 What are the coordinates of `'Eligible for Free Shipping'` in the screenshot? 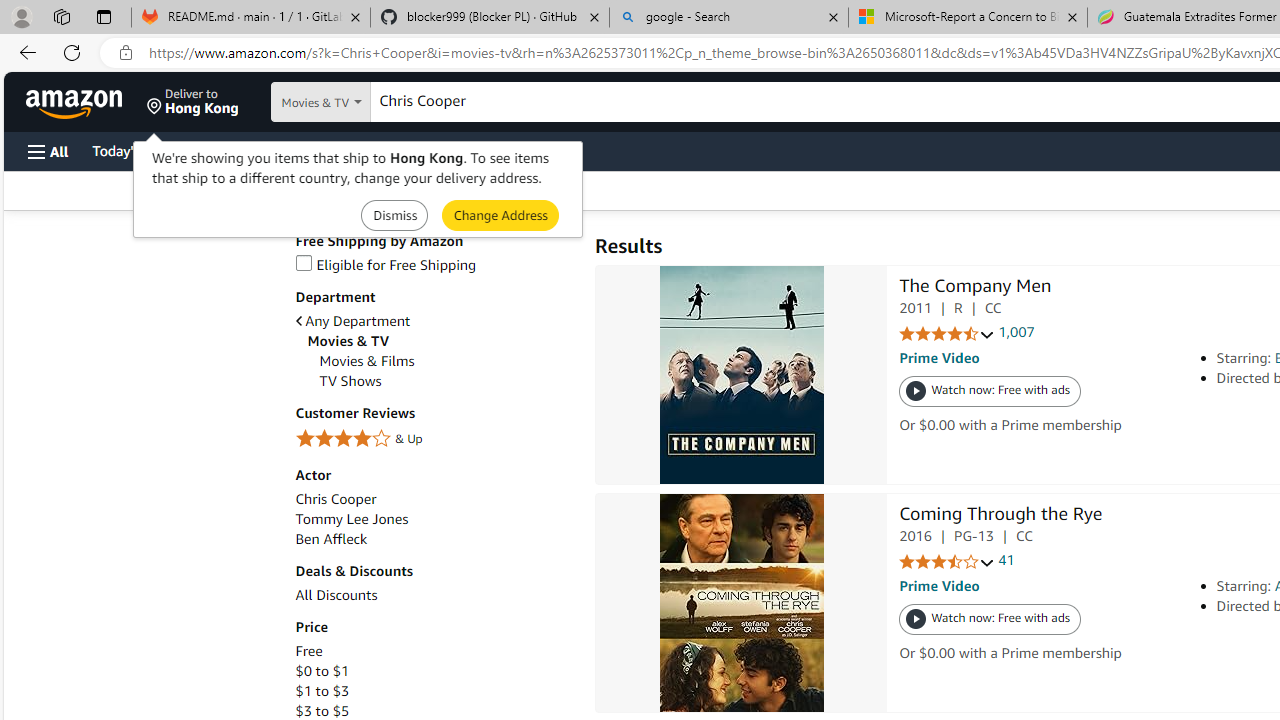 It's located at (385, 263).